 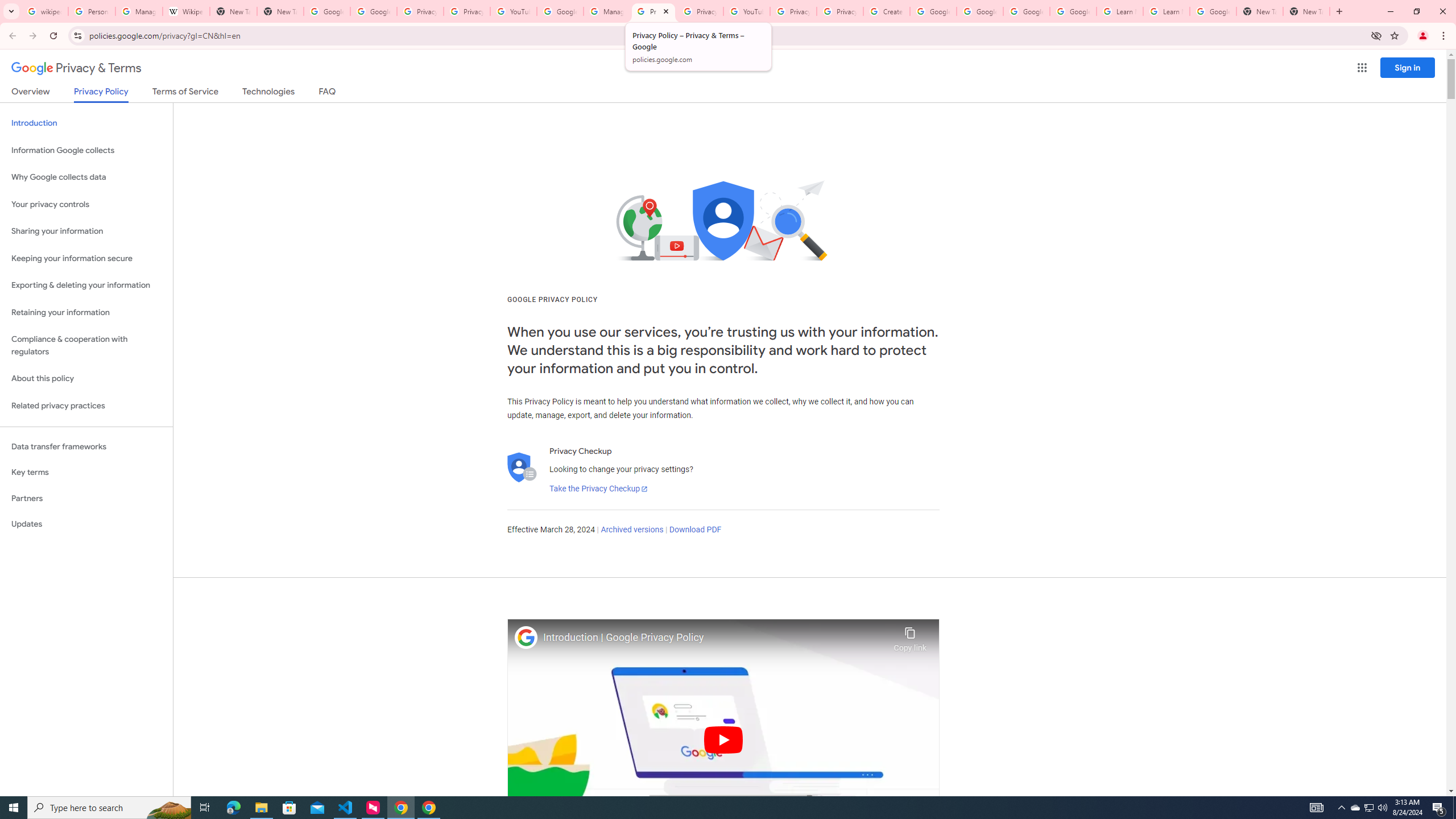 What do you see at coordinates (526, 636) in the screenshot?
I see `'Photo image of Google'` at bounding box center [526, 636].